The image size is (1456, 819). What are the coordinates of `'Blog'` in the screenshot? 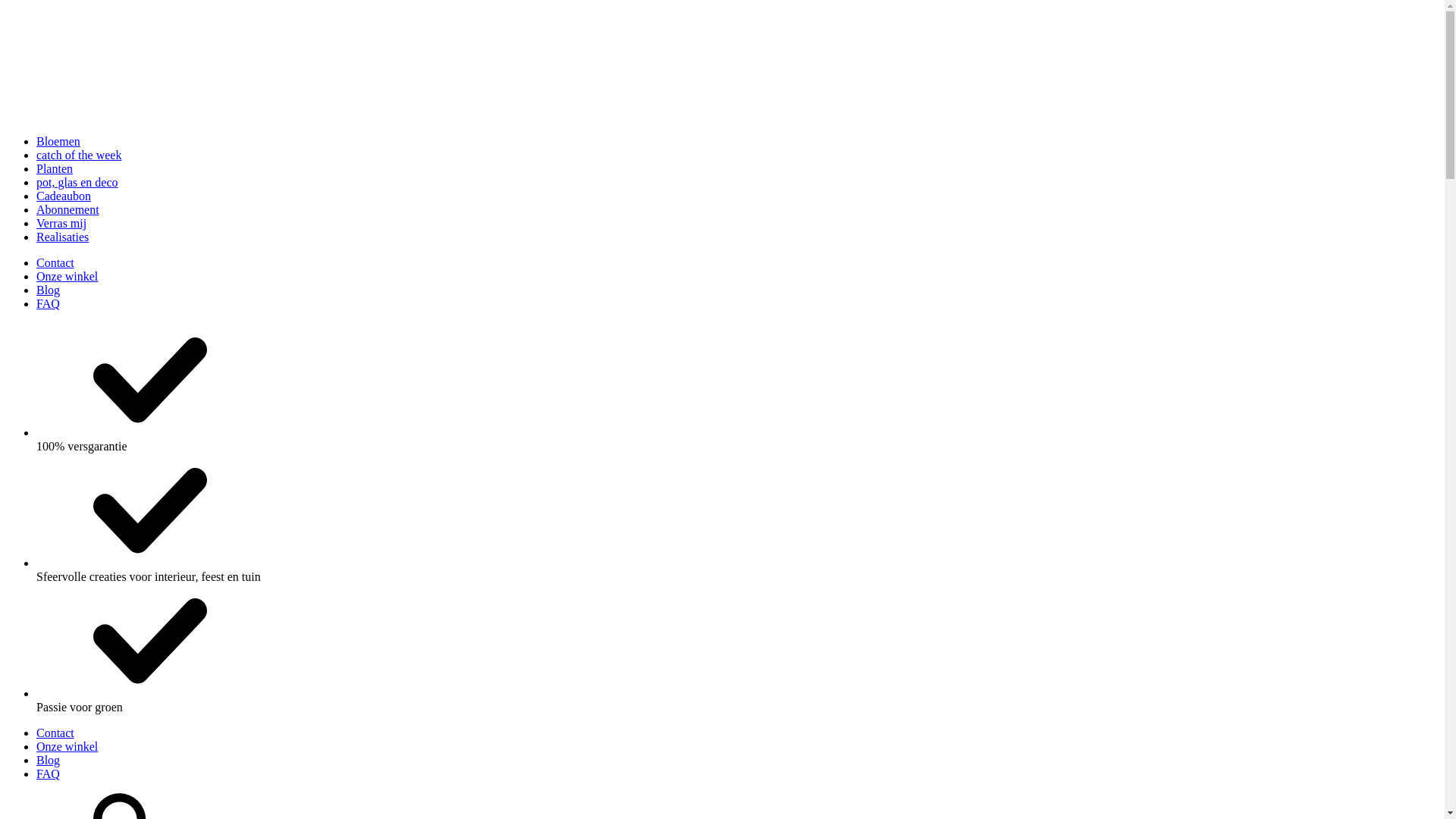 It's located at (48, 290).